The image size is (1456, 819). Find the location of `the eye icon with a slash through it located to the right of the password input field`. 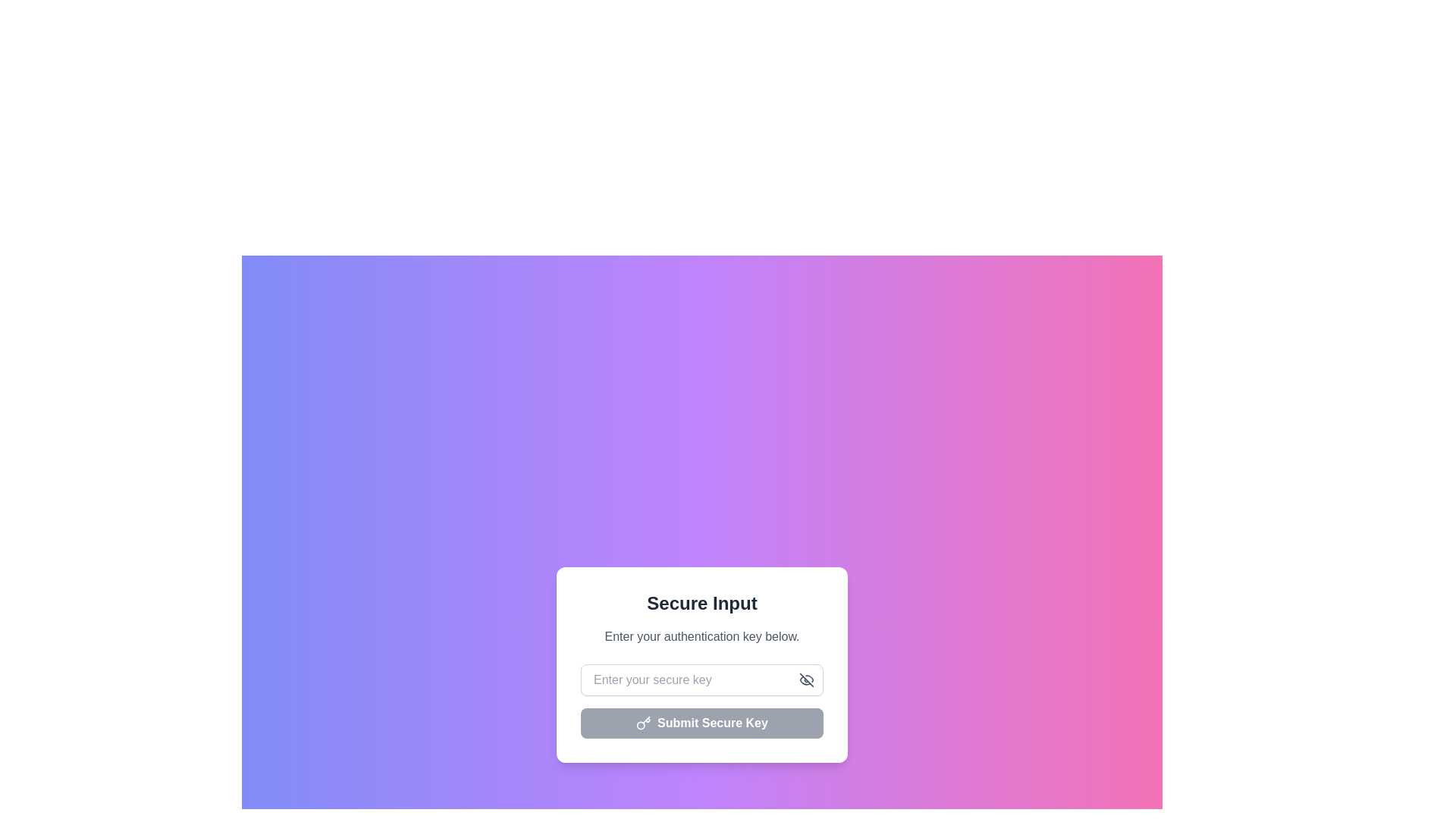

the eye icon with a slash through it located to the right of the password input field is located at coordinates (806, 679).